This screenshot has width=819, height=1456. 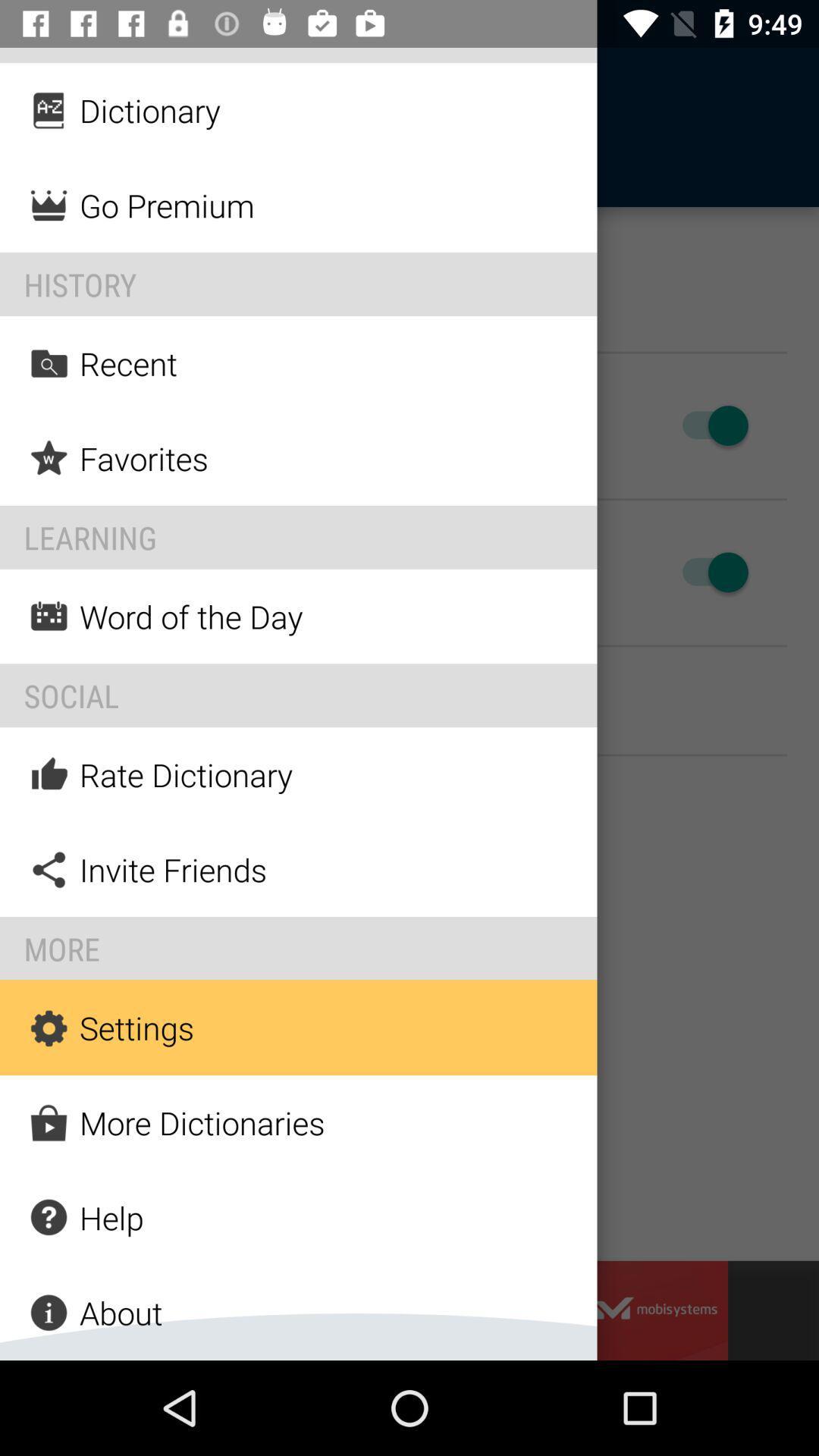 I want to click on the book icon, so click(x=55, y=127).